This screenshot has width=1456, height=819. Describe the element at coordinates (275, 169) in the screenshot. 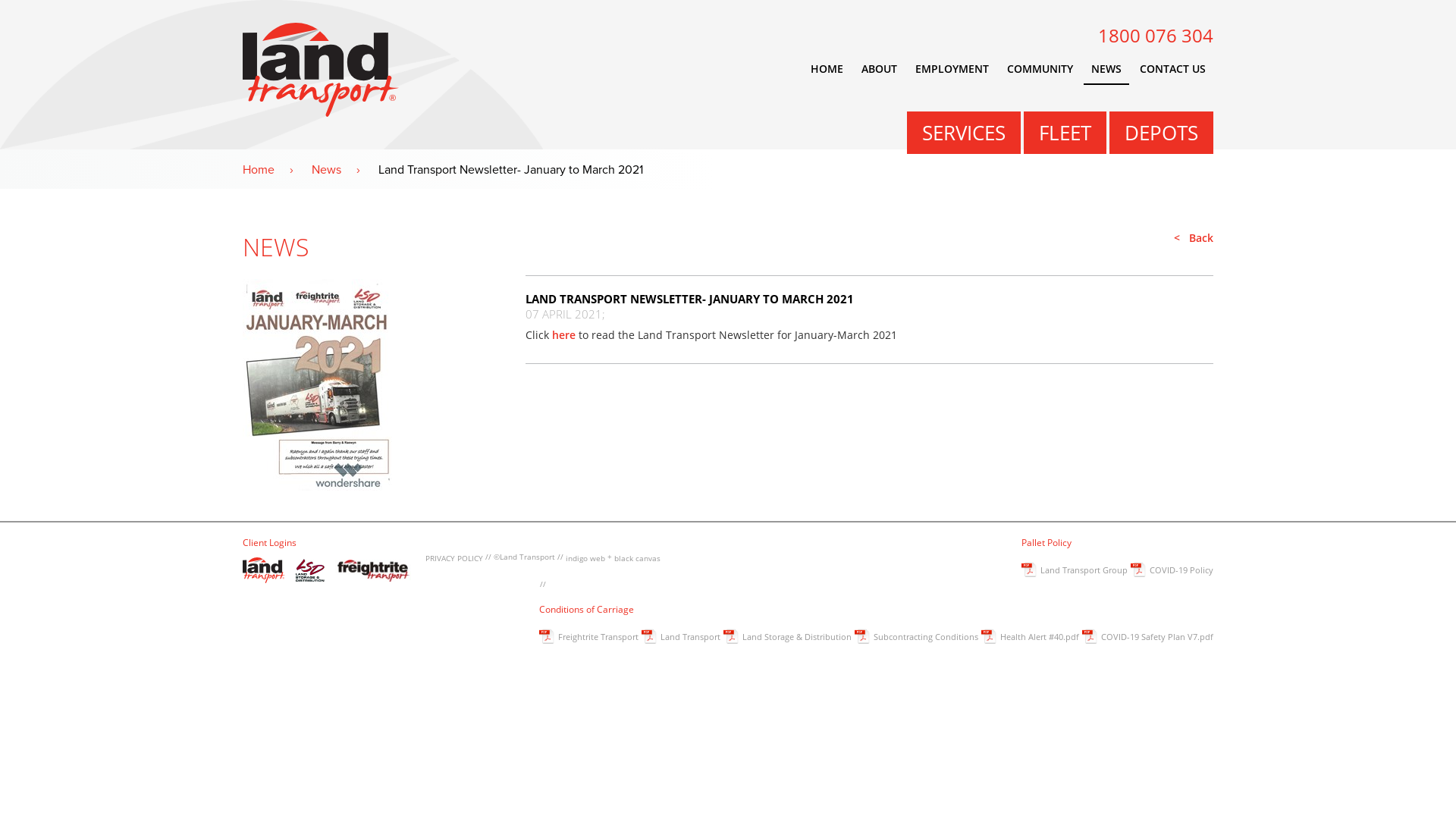

I see `'Home'` at that location.